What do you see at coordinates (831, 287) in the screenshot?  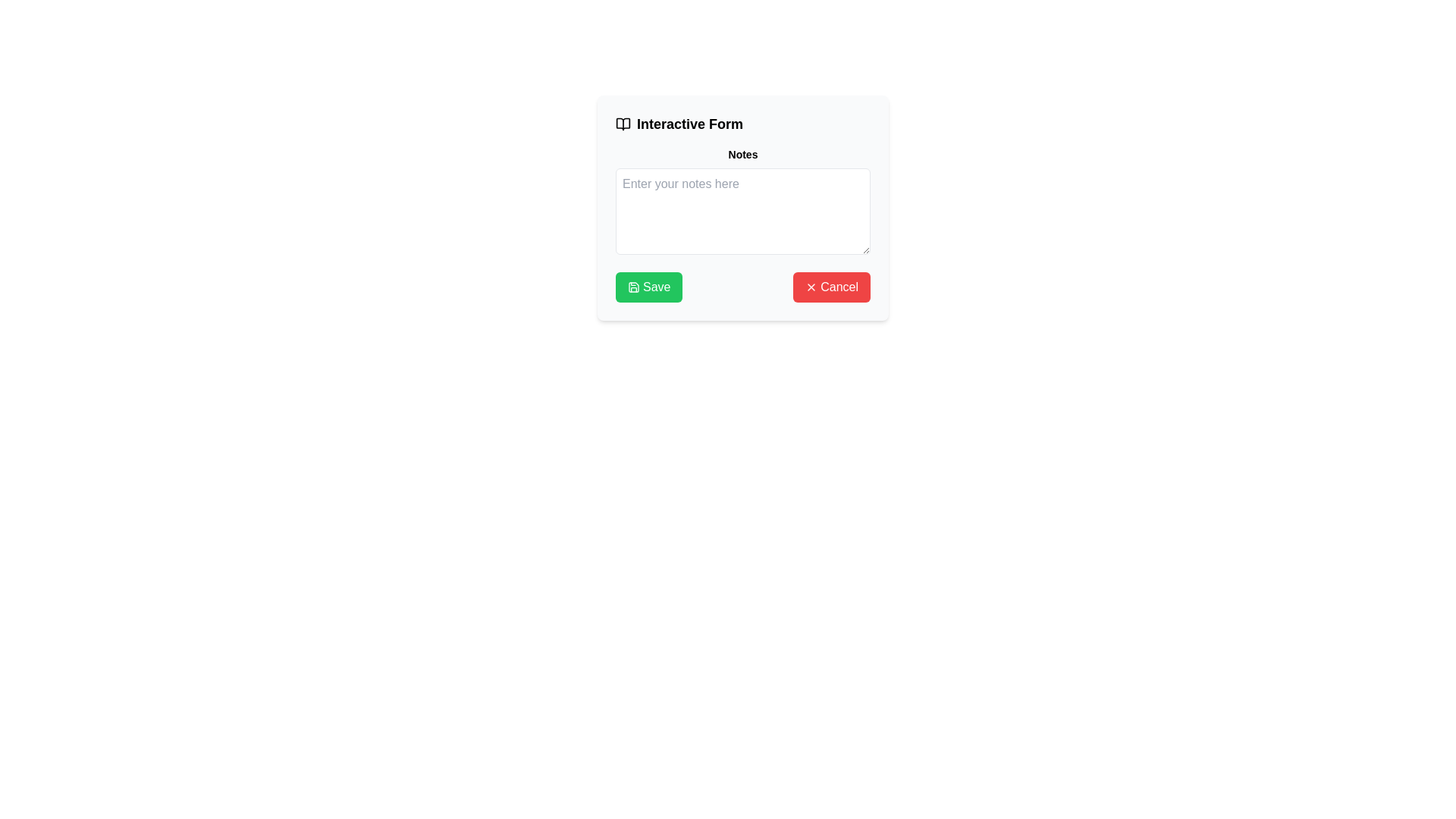 I see `the 'Cancel' button with a red background and white text, located towards the bottom-right corner of the interface` at bounding box center [831, 287].